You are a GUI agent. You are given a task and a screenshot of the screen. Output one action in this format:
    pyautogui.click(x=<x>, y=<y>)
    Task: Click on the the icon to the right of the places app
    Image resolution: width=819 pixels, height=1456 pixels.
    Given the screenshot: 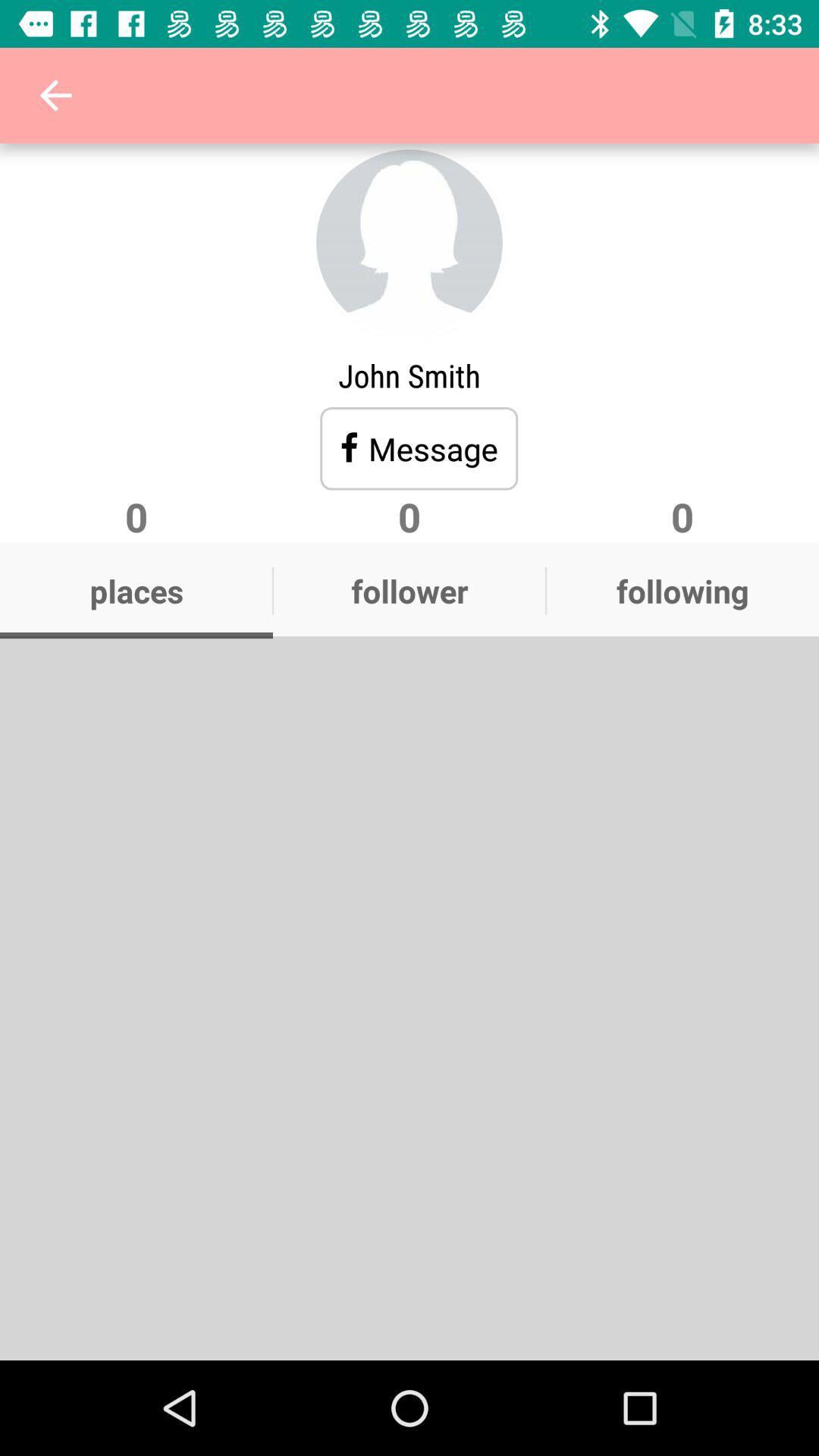 What is the action you would take?
    pyautogui.click(x=409, y=590)
    